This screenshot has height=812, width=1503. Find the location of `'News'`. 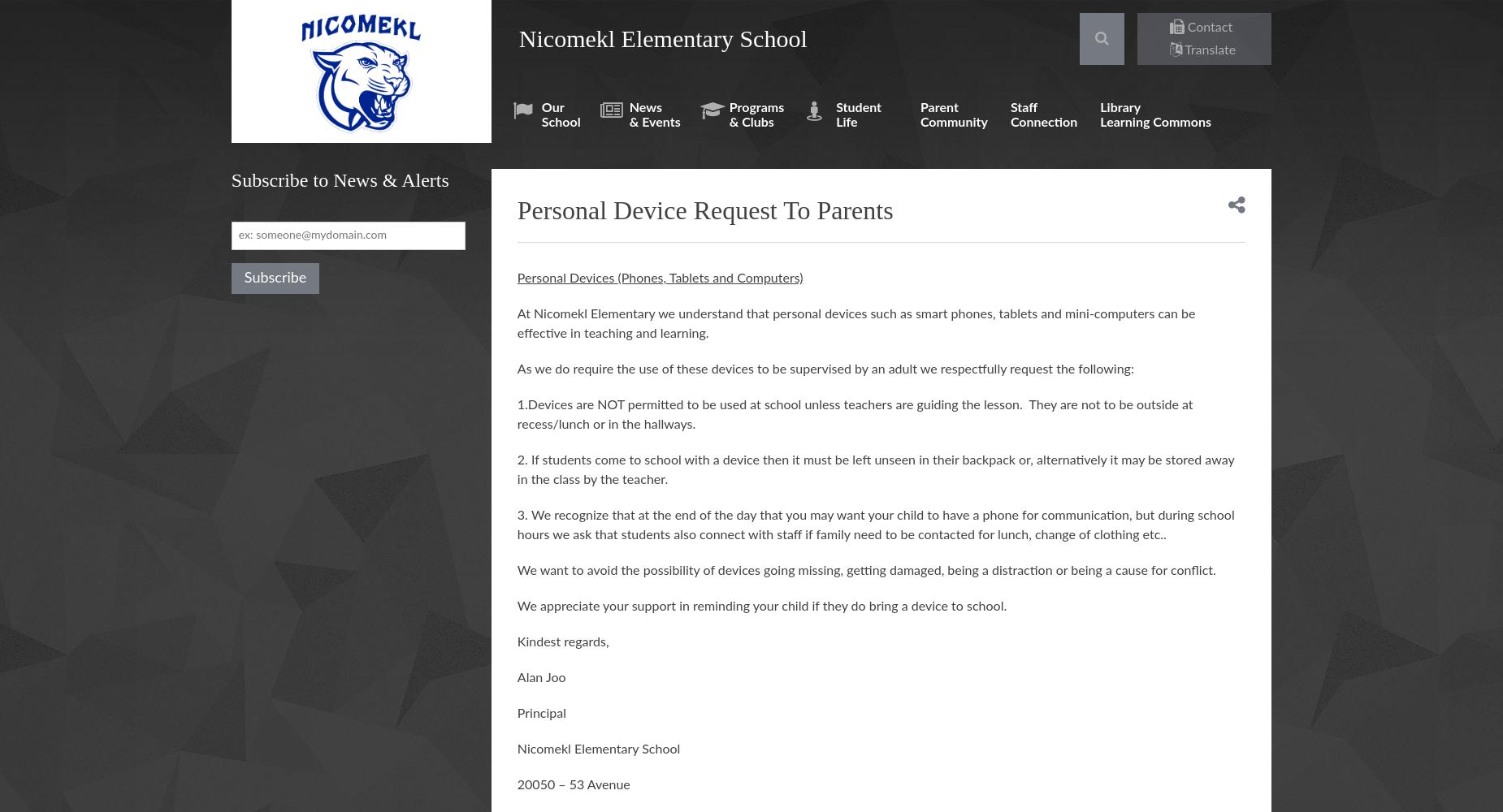

'News' is located at coordinates (629, 108).